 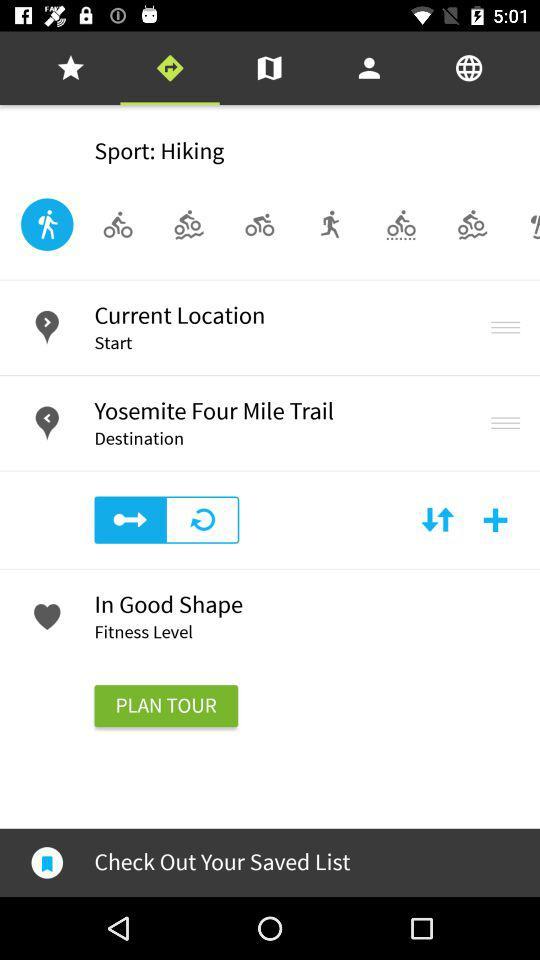 I want to click on icon above the sport: hiking icon, so click(x=69, y=68).